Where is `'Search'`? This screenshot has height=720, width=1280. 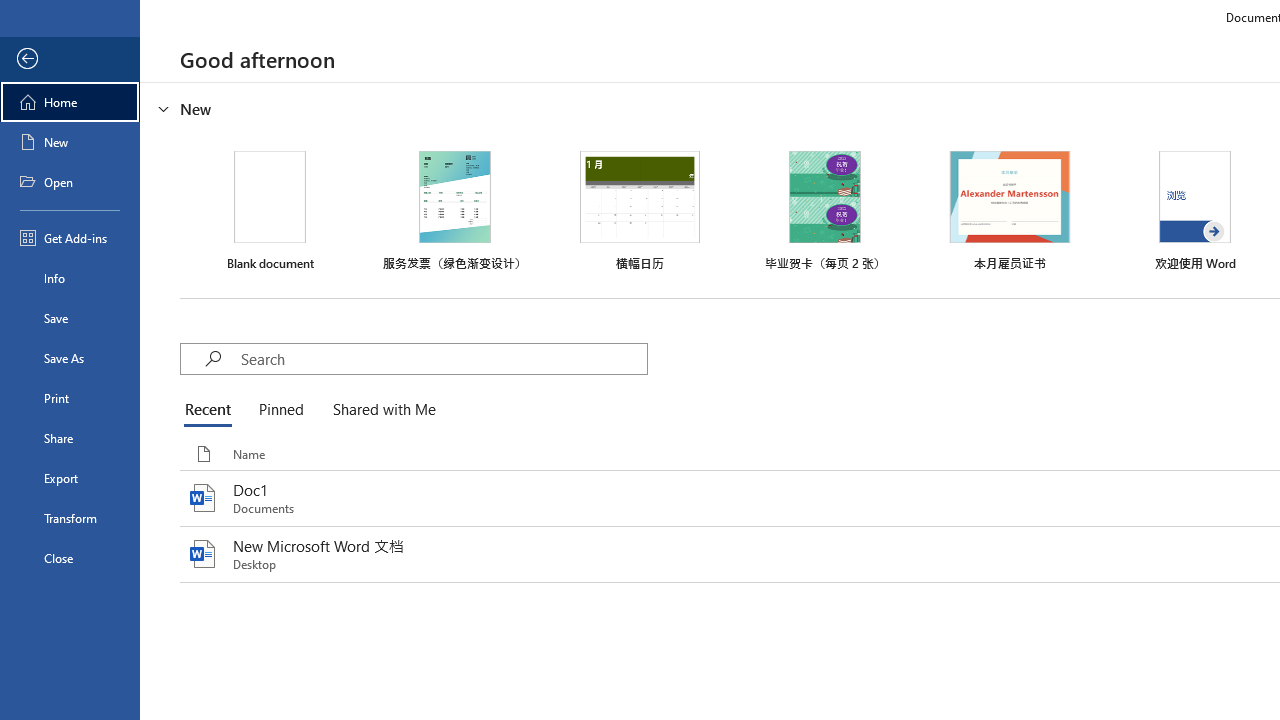
'Search' is located at coordinates (442, 357).